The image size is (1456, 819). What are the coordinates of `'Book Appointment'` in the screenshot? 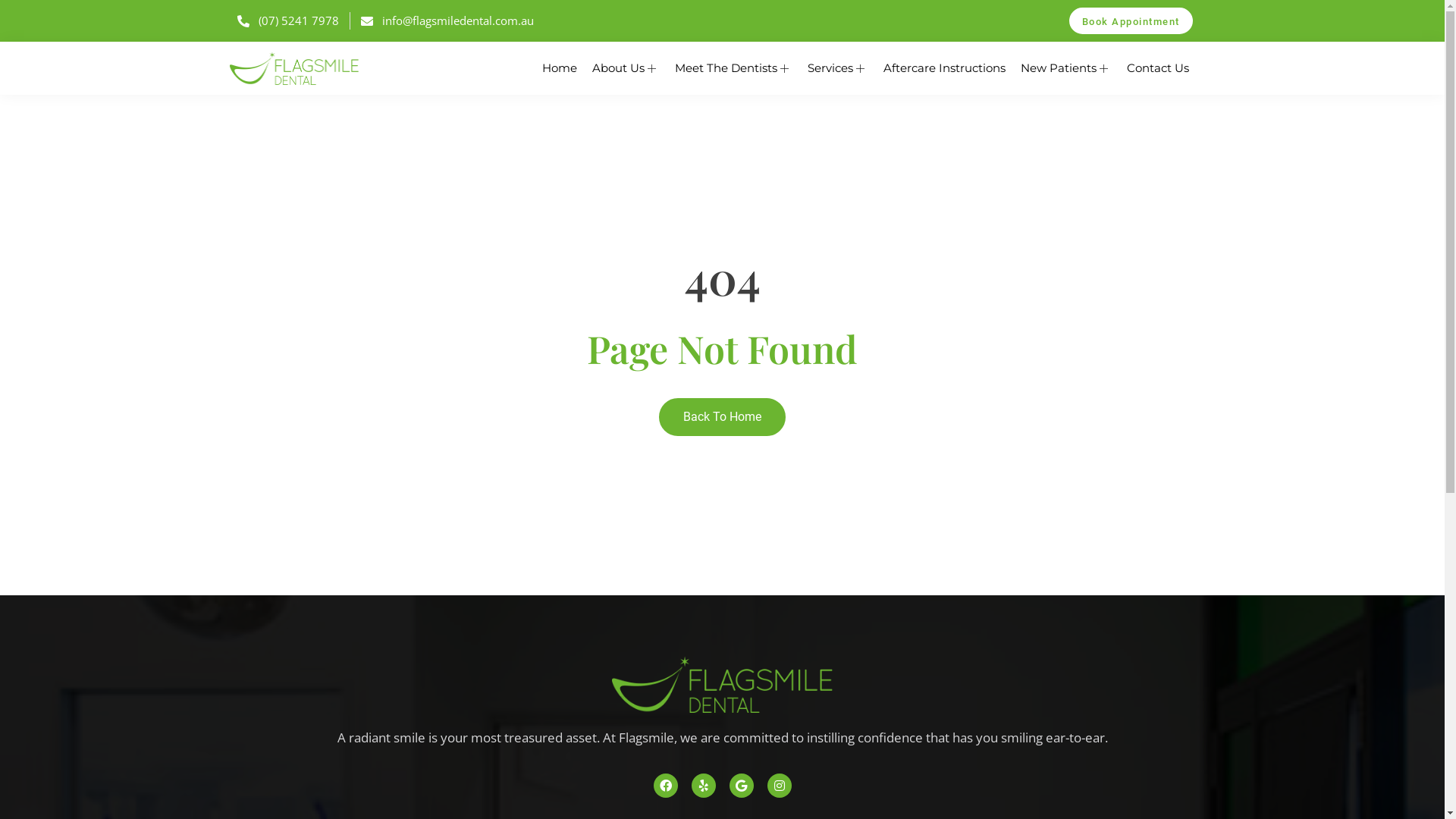 It's located at (1131, 20).